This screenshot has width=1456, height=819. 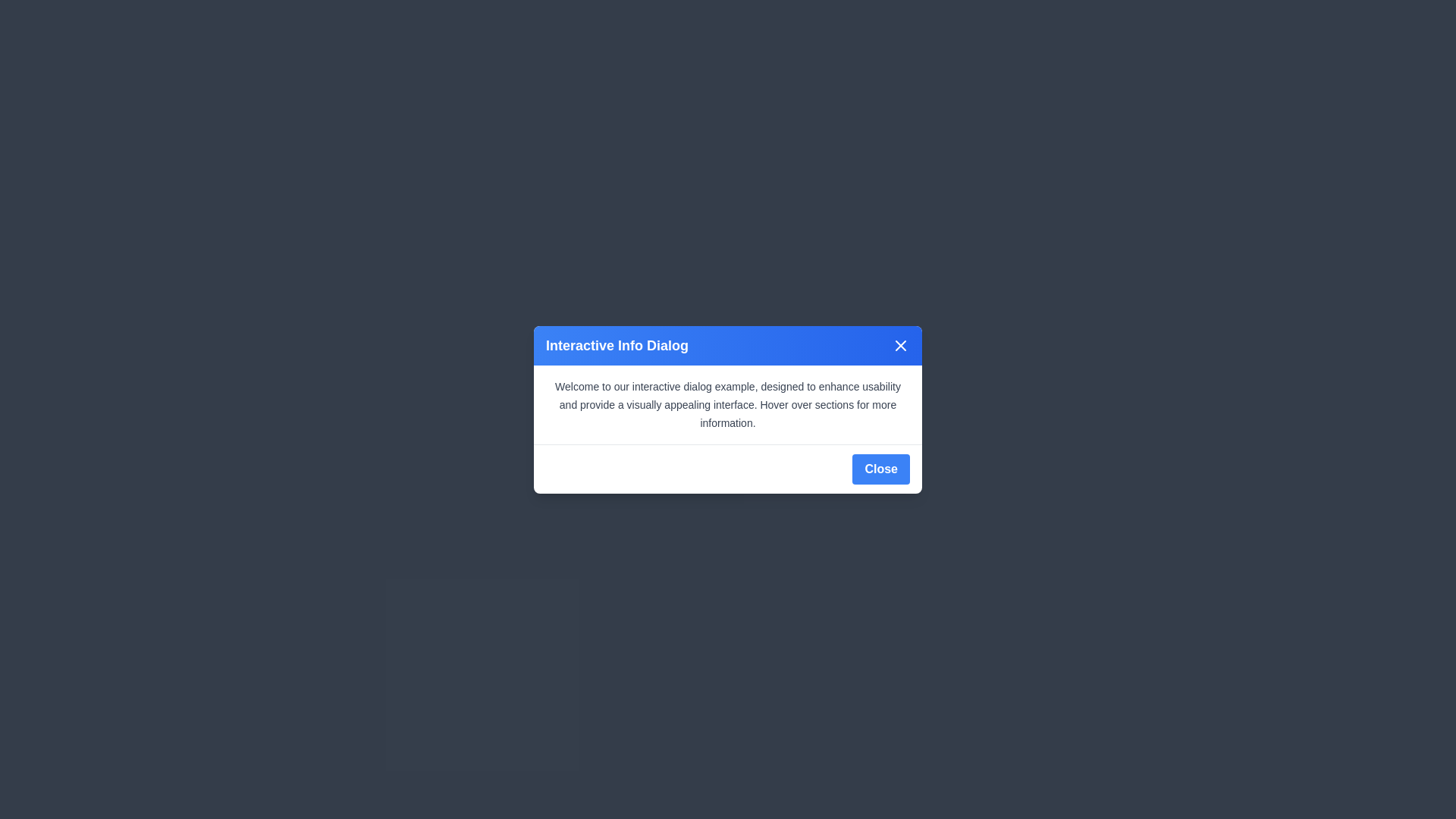 I want to click on the section titled close button to reveal additional information, so click(x=901, y=345).